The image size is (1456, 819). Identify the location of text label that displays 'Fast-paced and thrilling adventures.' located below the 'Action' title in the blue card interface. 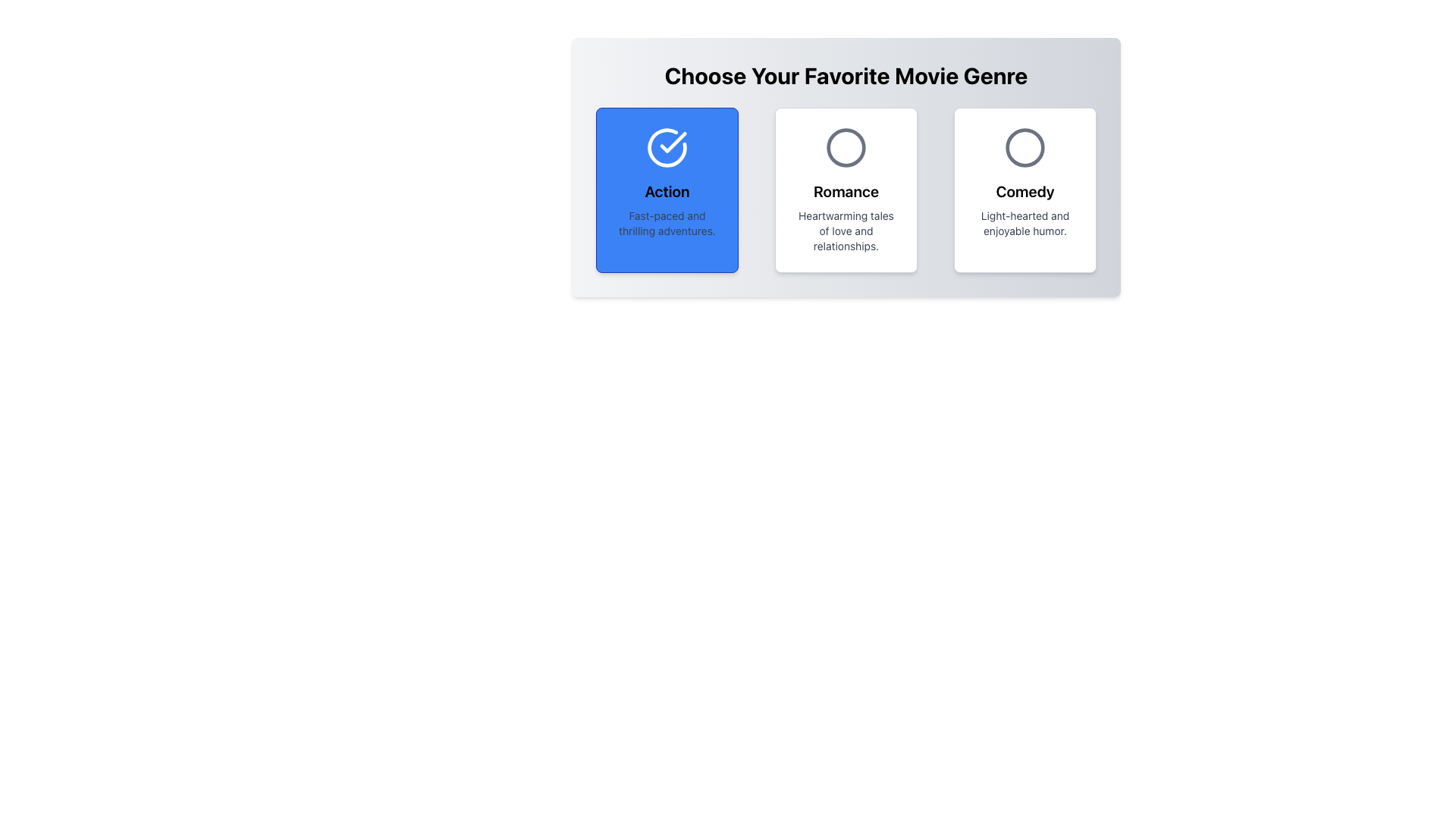
(667, 223).